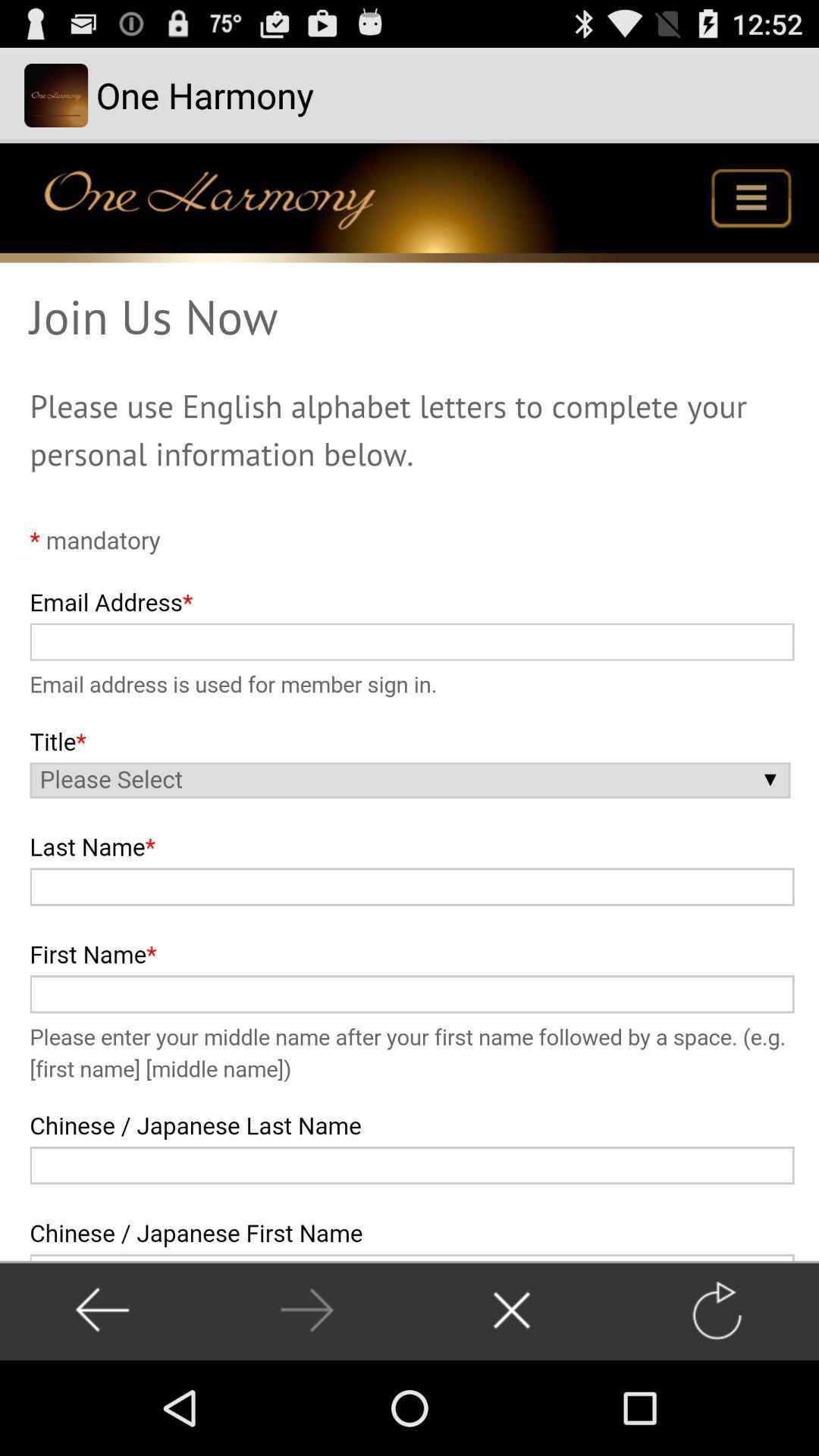 This screenshot has height=1456, width=819. Describe the element at coordinates (717, 1310) in the screenshot. I see `refresh` at that location.